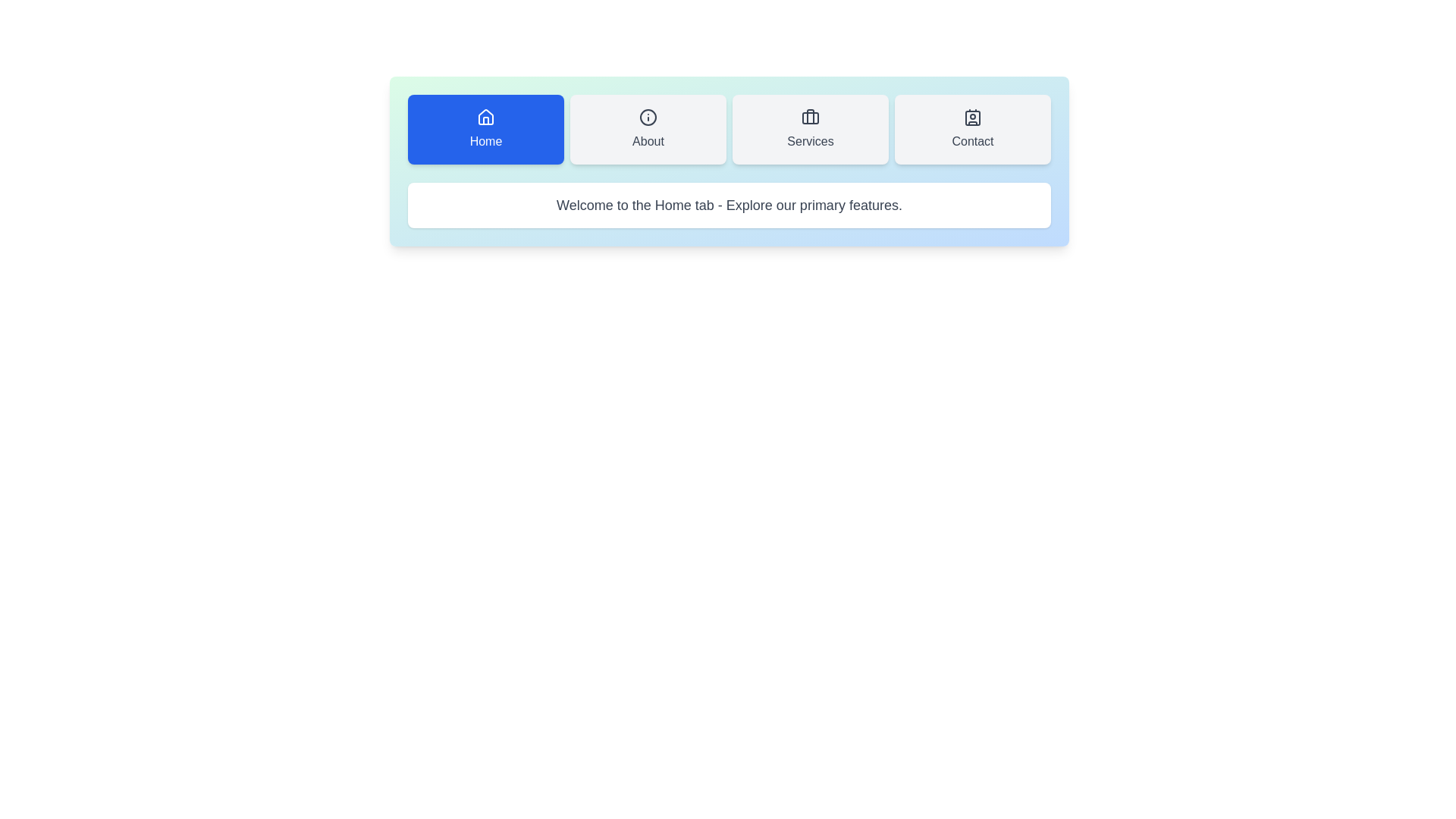 The image size is (1456, 819). Describe the element at coordinates (729, 205) in the screenshot. I see `the static text label that says 'Welcome to the Home tab - Explore our primary features.', which is a white rectangular box with rounded corners, positioned prominently below the main navigation options` at that location.